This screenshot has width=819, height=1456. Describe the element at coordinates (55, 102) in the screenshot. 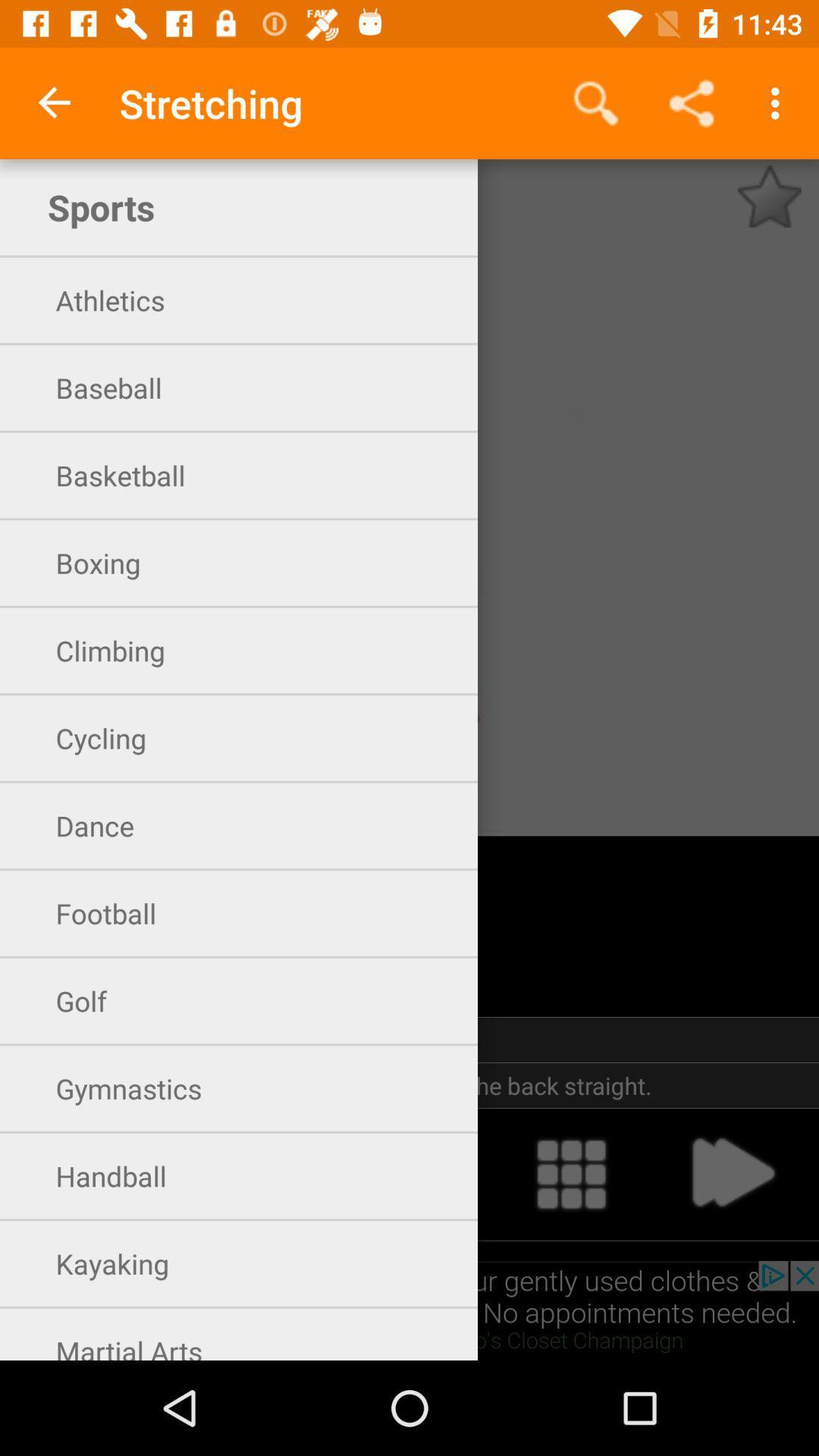

I see `icon next to stretching icon` at that location.